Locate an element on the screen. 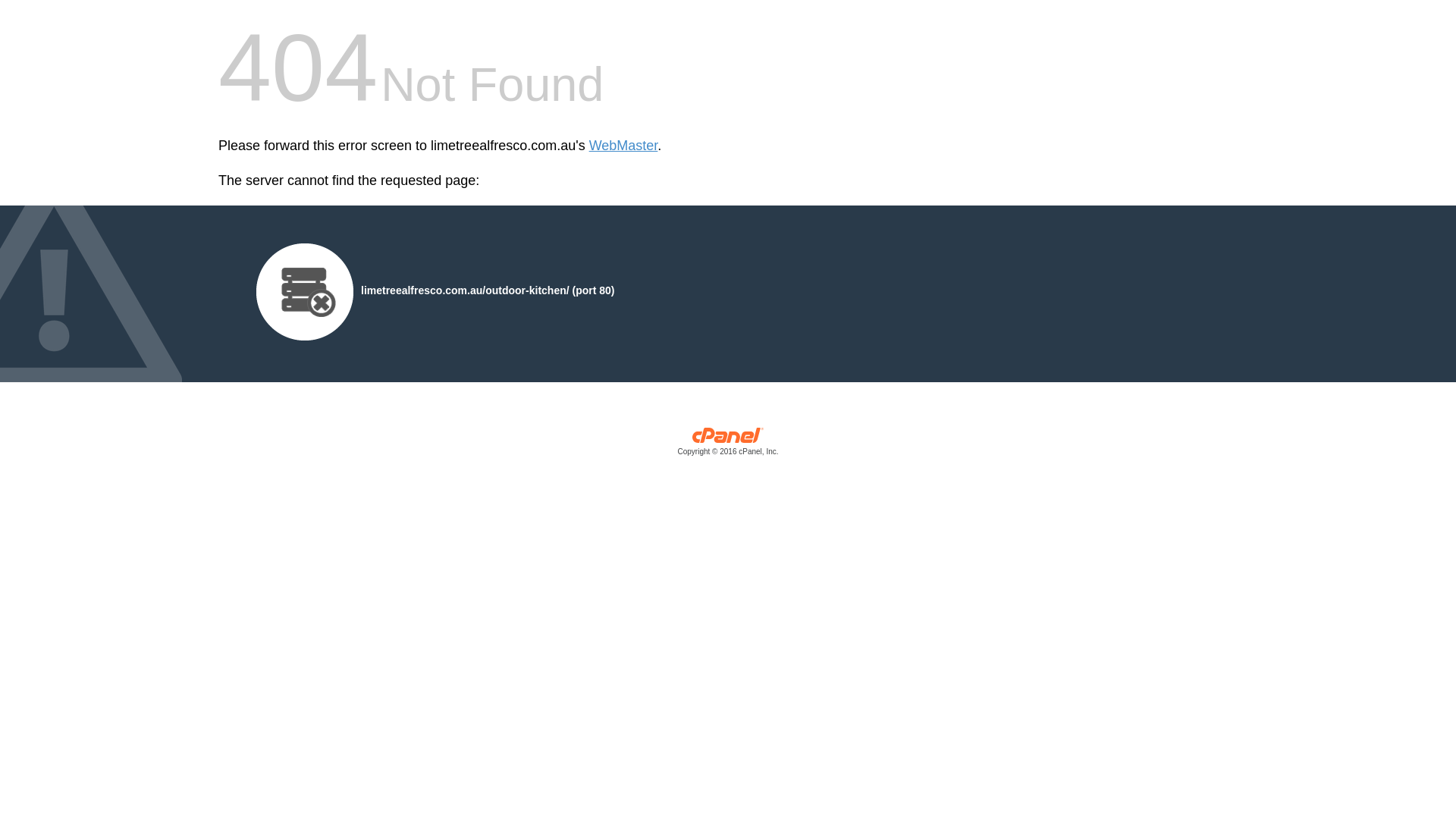  'WebMaster' is located at coordinates (623, 146).